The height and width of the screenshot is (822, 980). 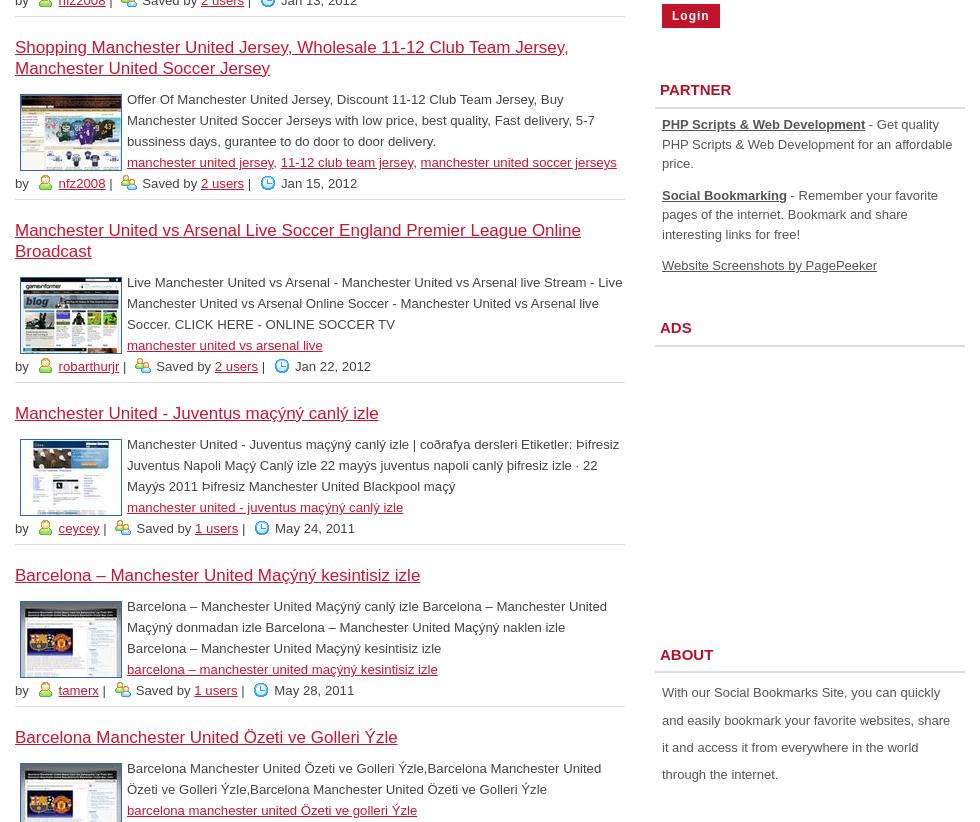 What do you see at coordinates (367, 627) in the screenshot?
I see `'Barcelona – Manchester United Maçýný canlý izle Barcelona – Manchester United Maçýný donmadan izle Barcelona – Manchester United Maçýný naklen izle Barcelona – Manchester United Maçýný kesintisiz izle'` at bounding box center [367, 627].